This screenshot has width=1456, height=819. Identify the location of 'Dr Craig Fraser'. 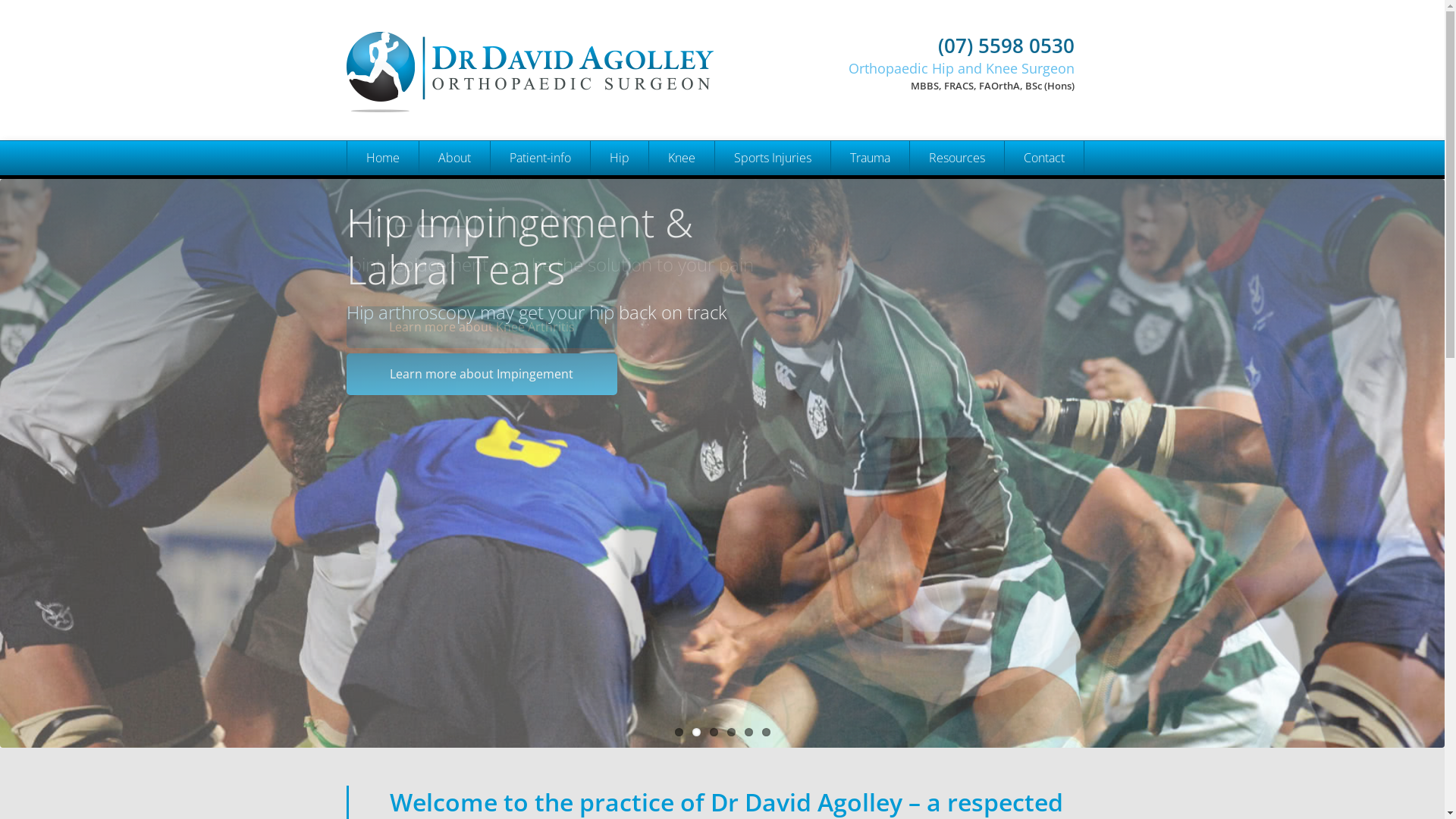
(453, 259).